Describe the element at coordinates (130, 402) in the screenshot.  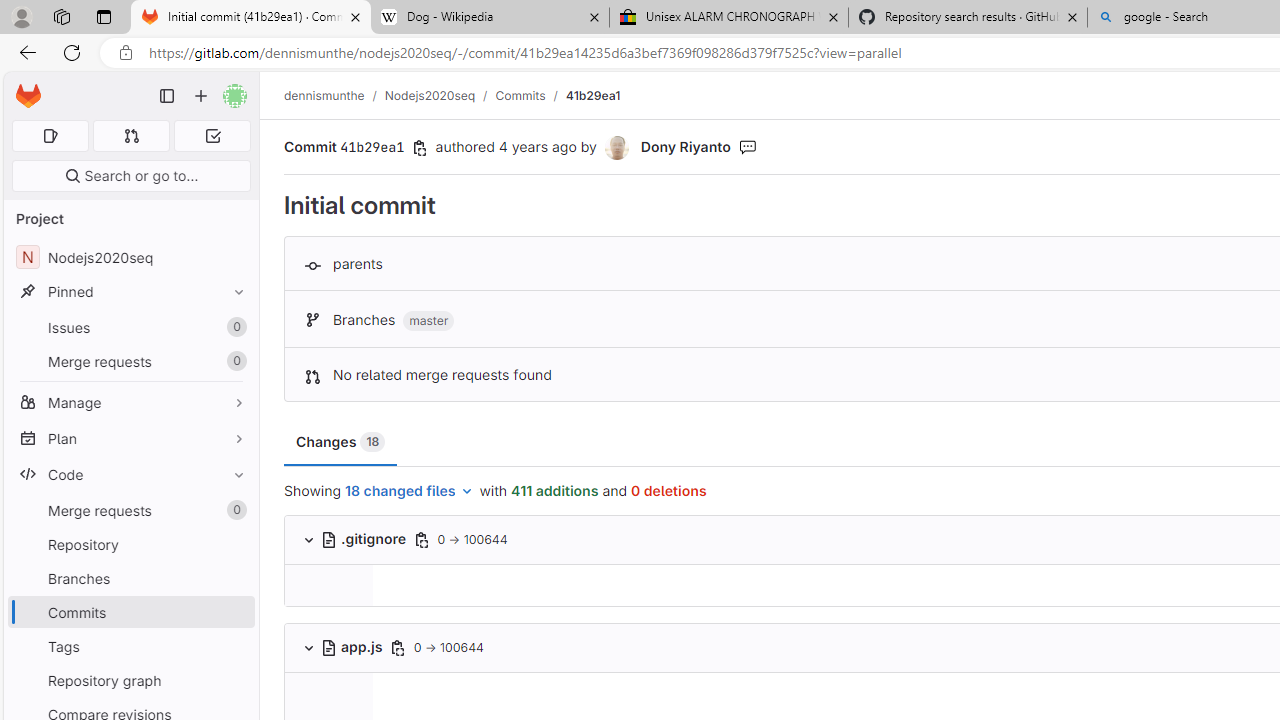
I see `'Manage'` at that location.